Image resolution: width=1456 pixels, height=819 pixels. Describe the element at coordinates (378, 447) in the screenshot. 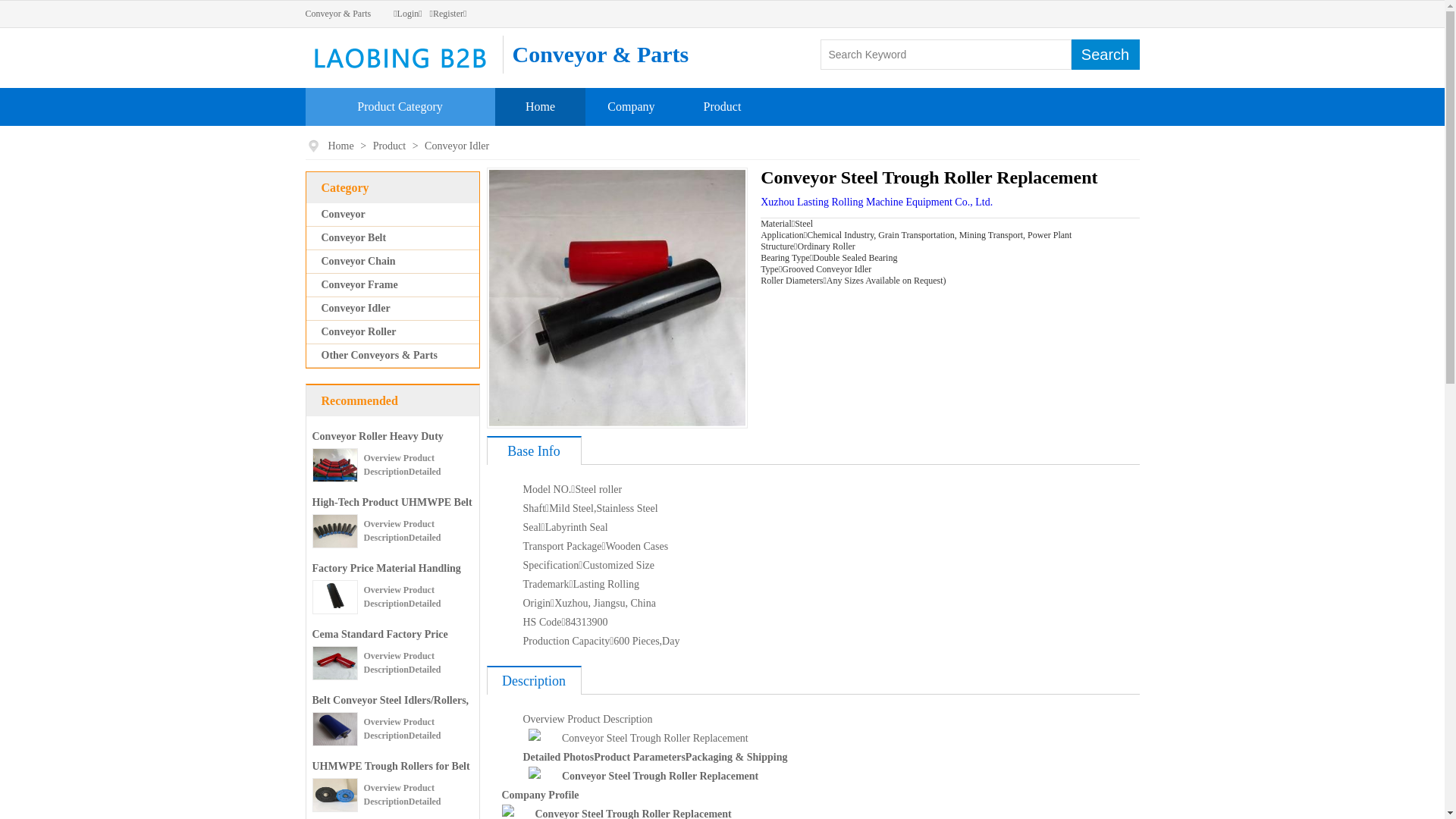

I see `'Conveyor Roller Heavy Duty Roller Bracket Station'` at that location.